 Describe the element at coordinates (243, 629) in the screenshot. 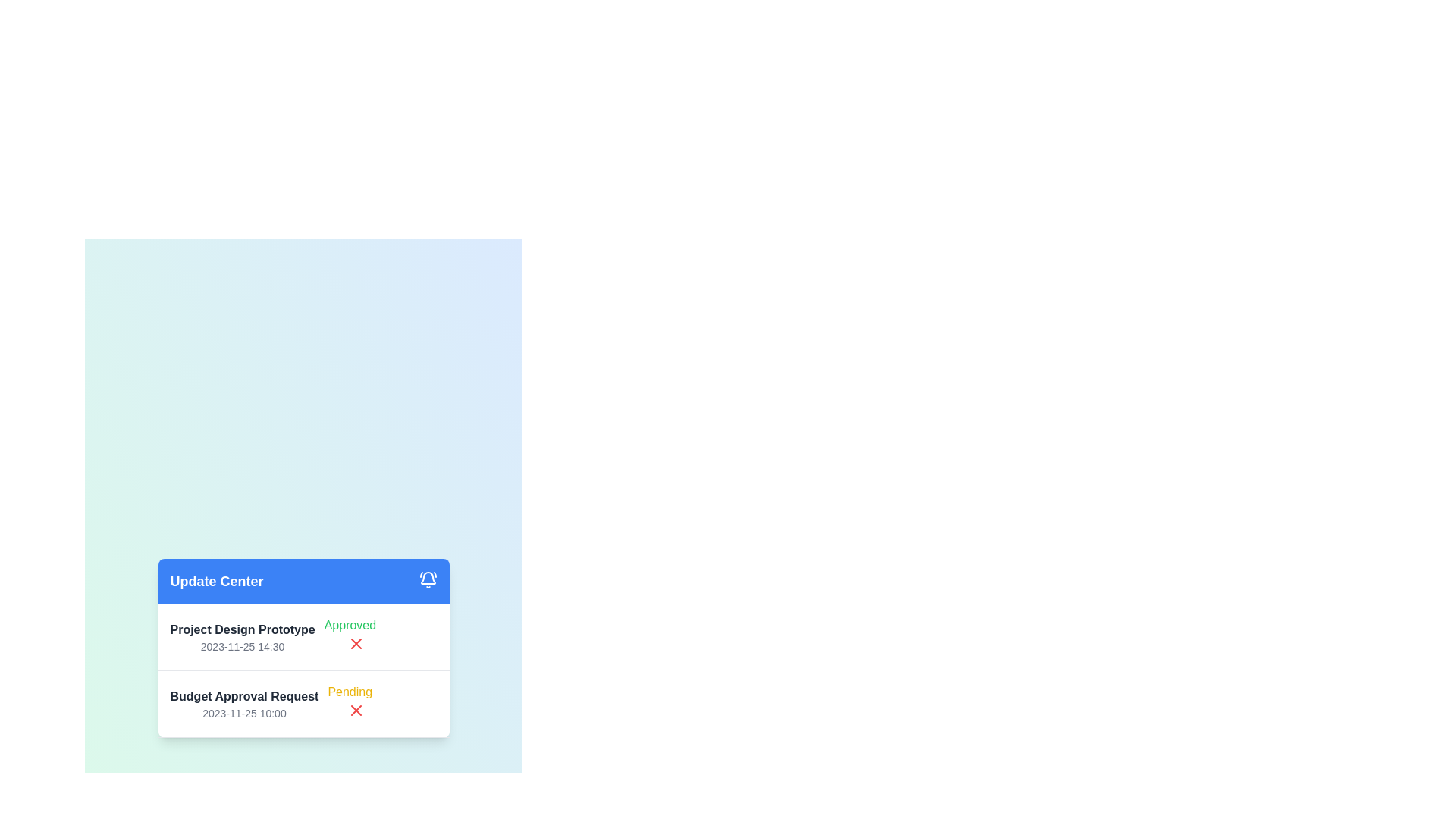

I see `the bold text label reading 'Project Design Prototype' located at the top section of the card under the 'Update Center' heading` at that location.